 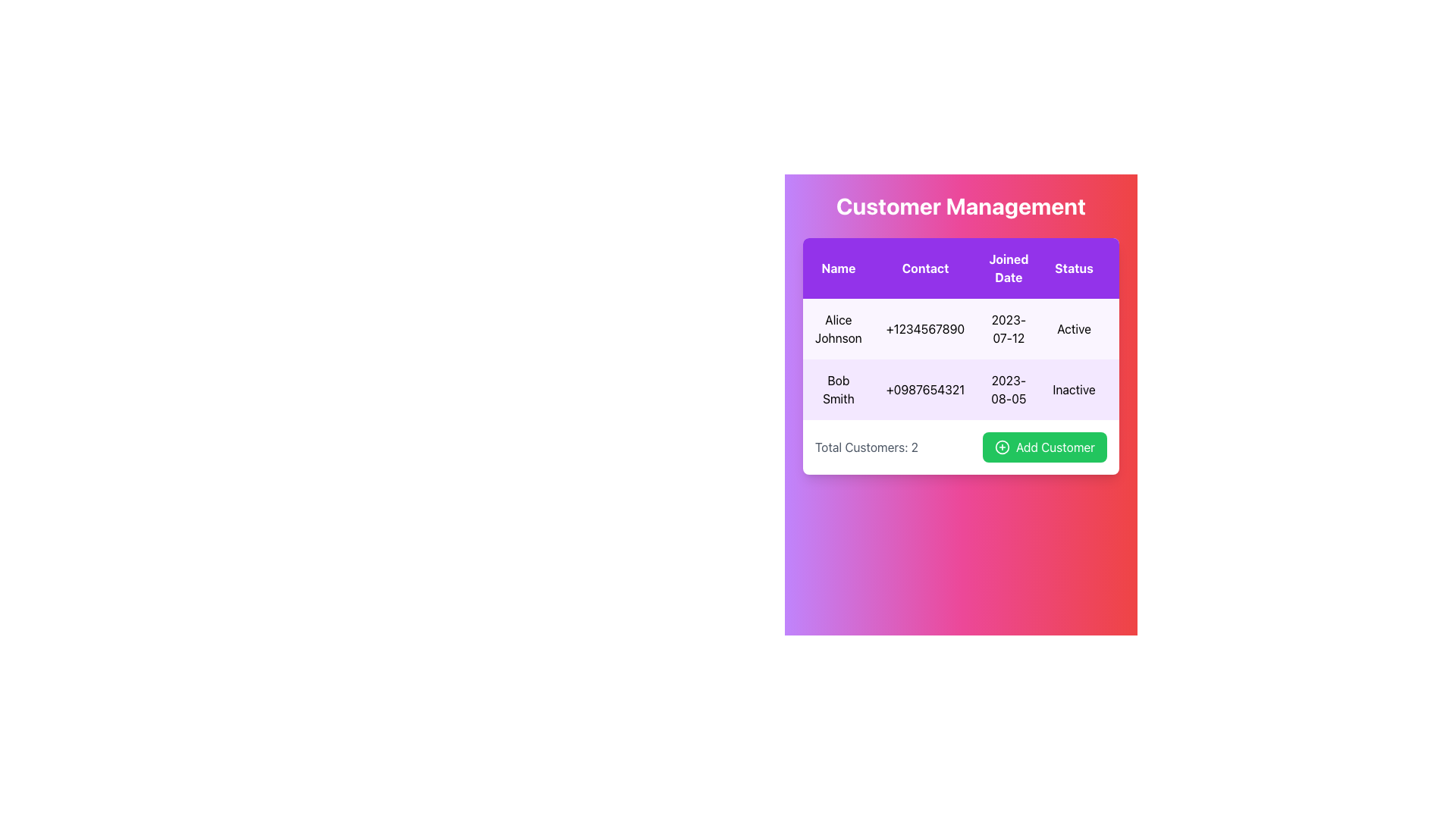 What do you see at coordinates (837, 268) in the screenshot?
I see `text from the 'Name' column header located at the top-left corner of the table structure` at bounding box center [837, 268].